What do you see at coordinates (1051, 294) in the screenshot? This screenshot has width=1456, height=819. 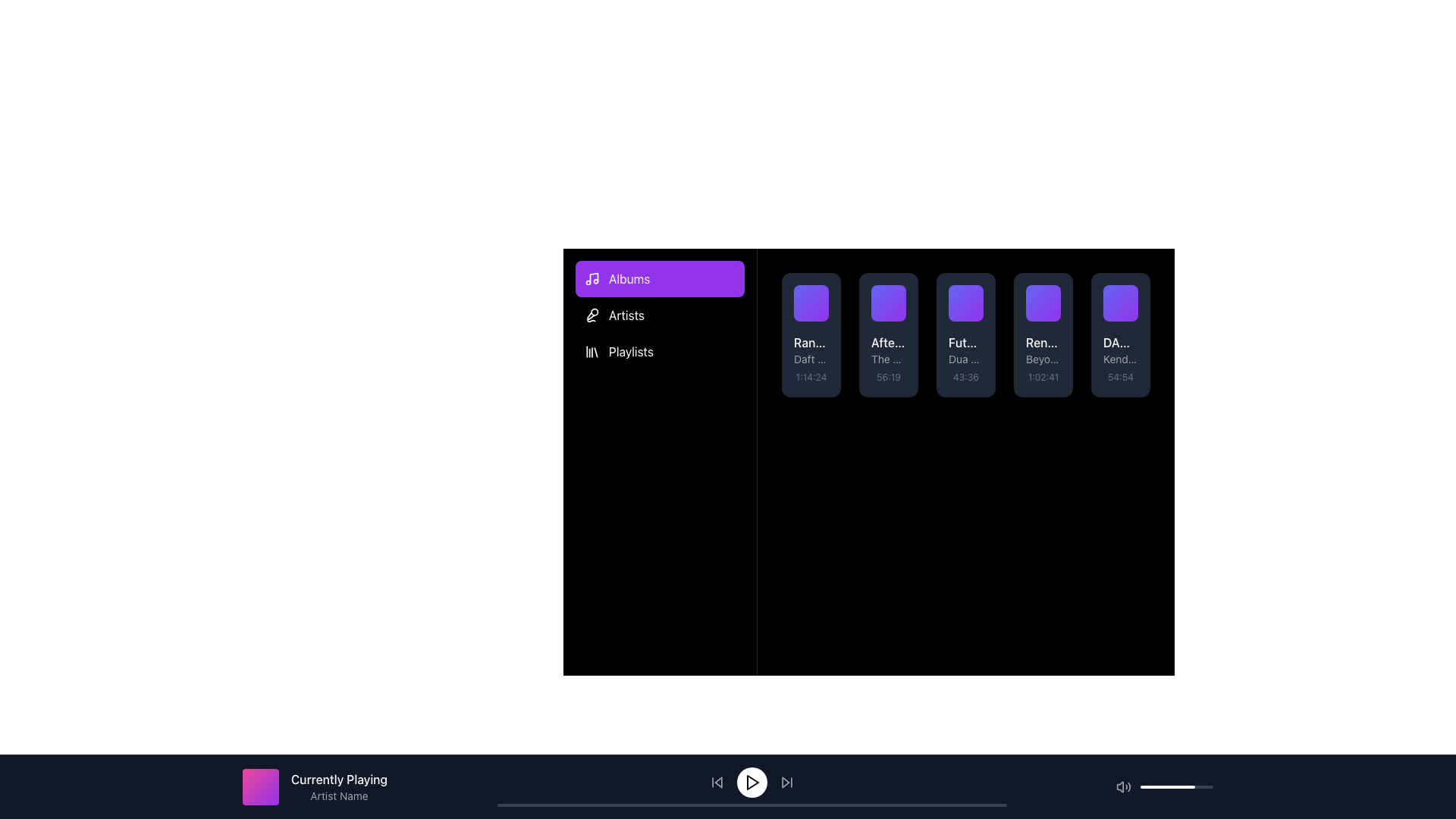 I see `the heart icon located in the top-right corner of the album card titled 'Renaissance' to mark the album as favorite` at bounding box center [1051, 294].